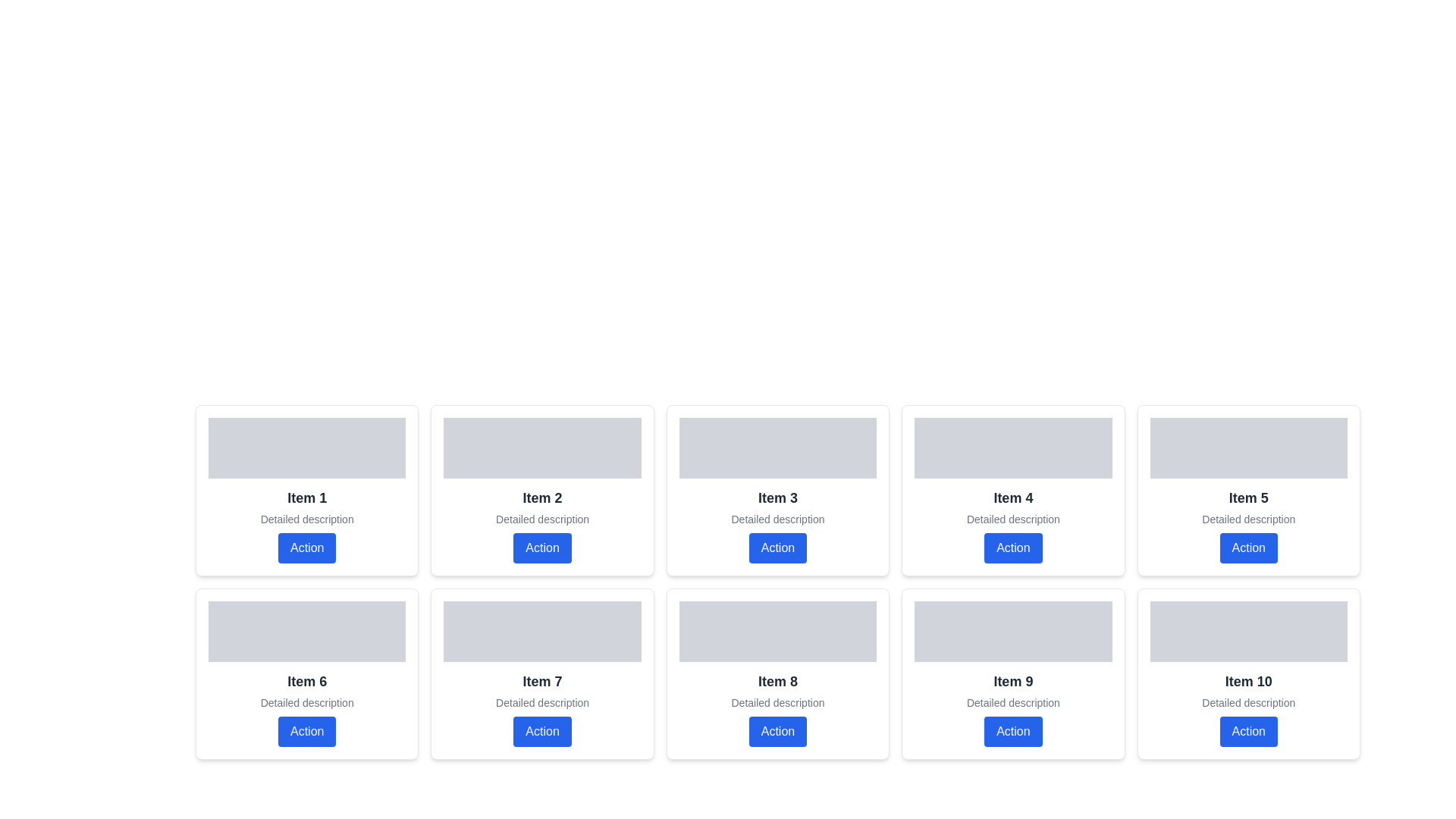 This screenshot has width=1456, height=819. Describe the element at coordinates (778, 497) in the screenshot. I see `the title of the third card in the first row of the grid, which serves as a label to identify the specific item within its card` at that location.